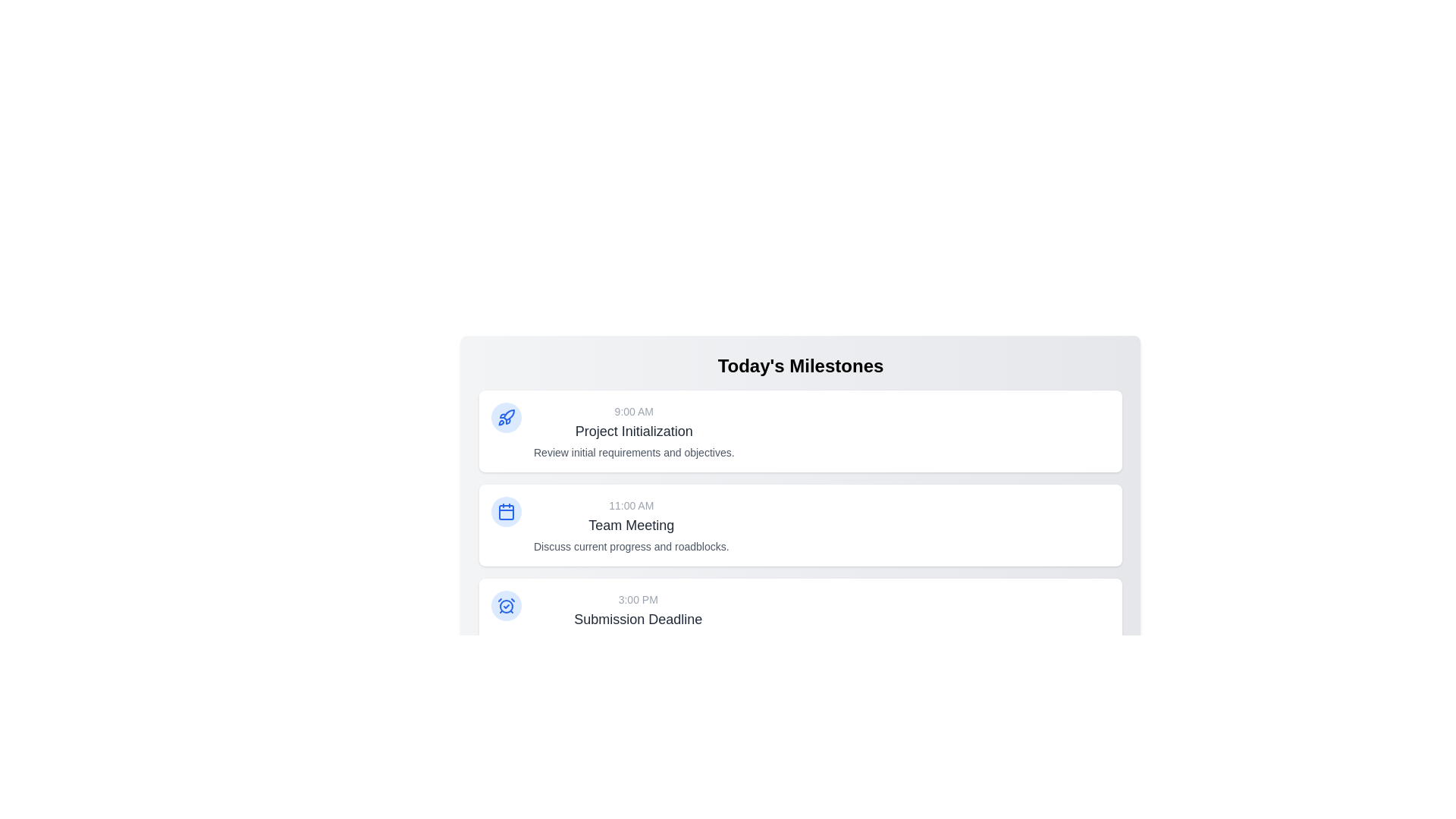  I want to click on the text label 'Project Initialization' located beneath the timestamp '9:00 AM', so click(634, 431).